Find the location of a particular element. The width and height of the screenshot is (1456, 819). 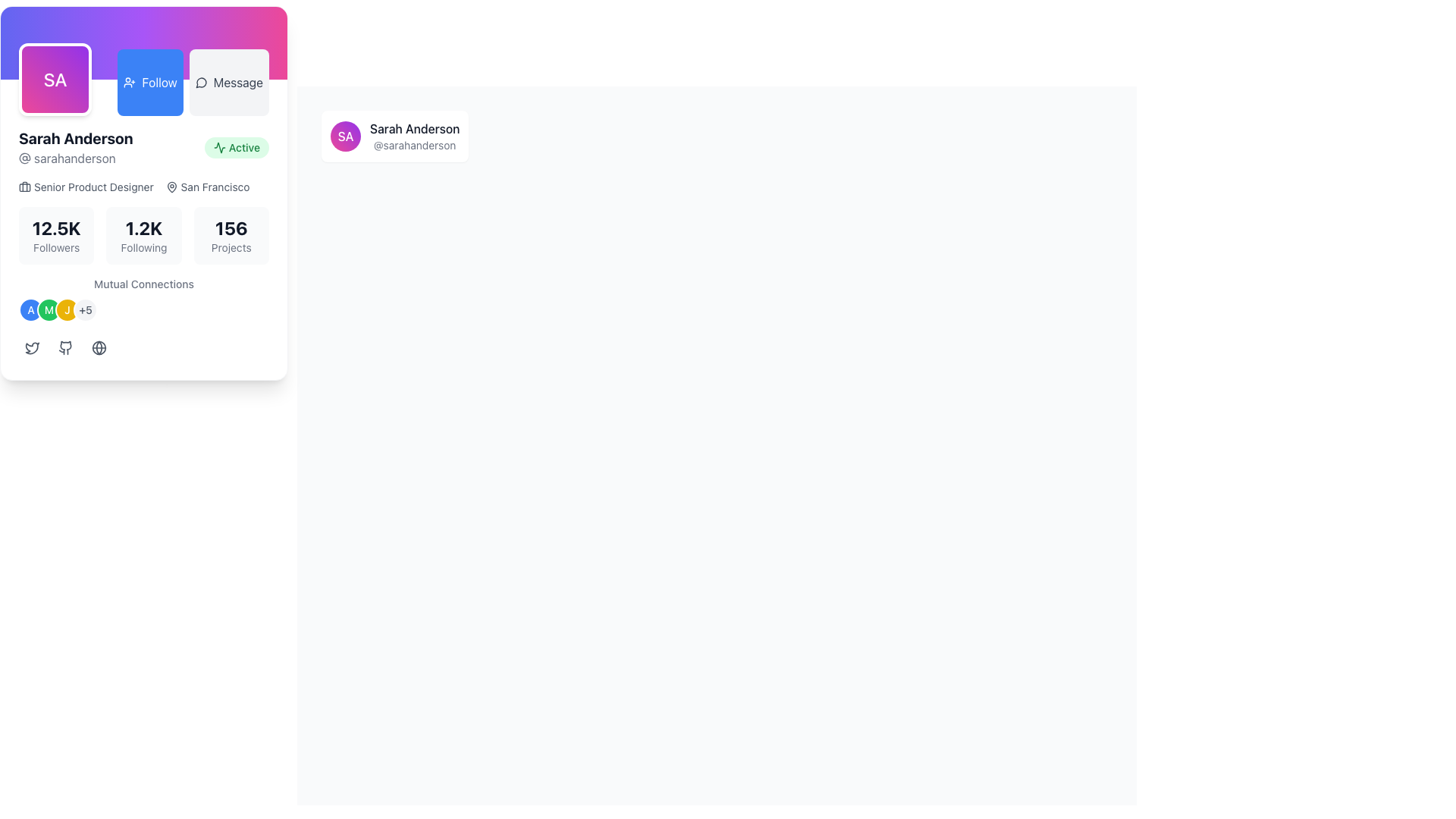

the text element displaying '1.2K' which is prominently shown in bold and large font in the profile section, located centrally and grouped with the label 'Following' is located at coordinates (144, 227).